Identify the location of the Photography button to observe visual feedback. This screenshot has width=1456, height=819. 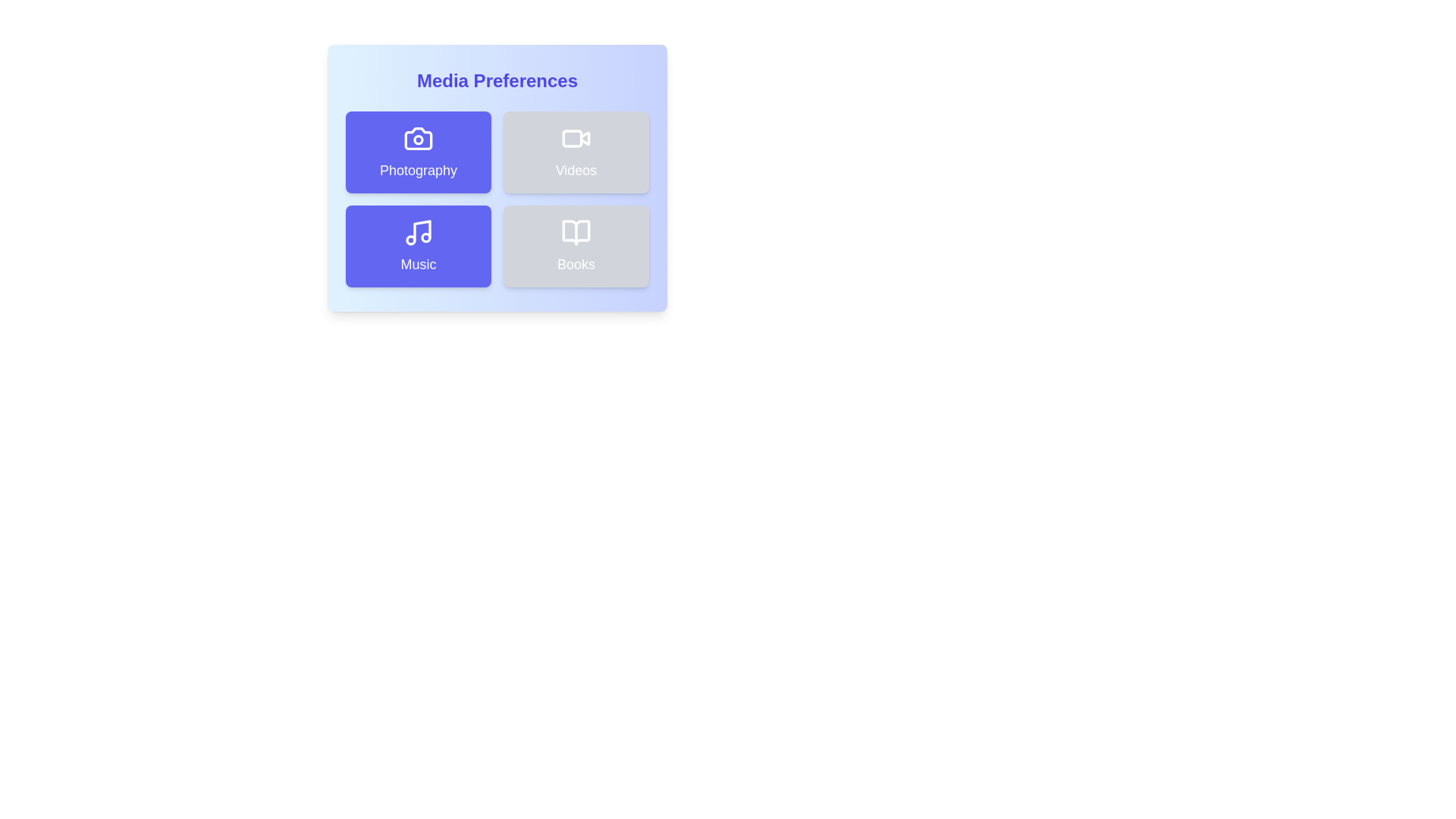
(419, 152).